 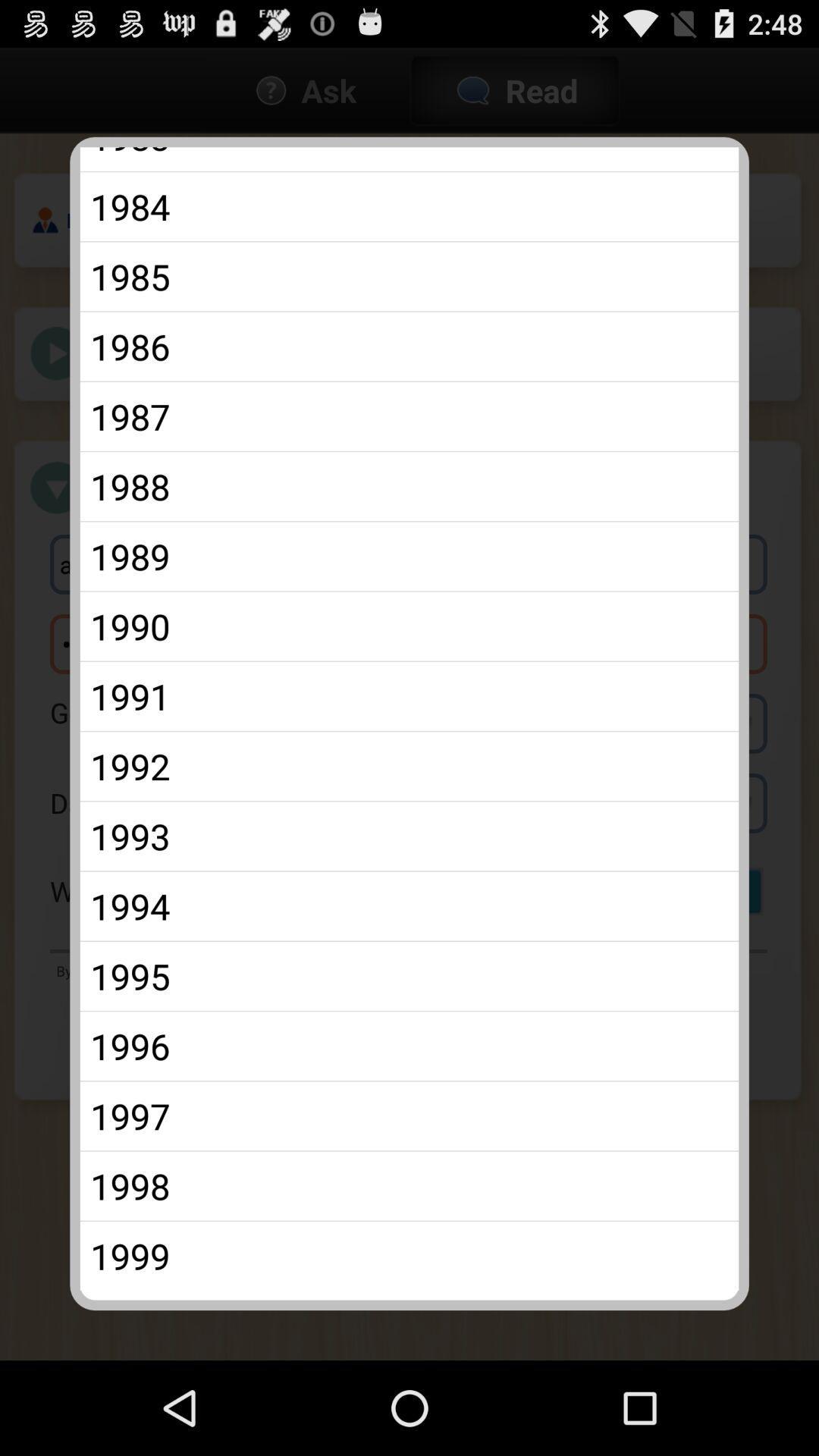 What do you see at coordinates (409, 906) in the screenshot?
I see `the 1994 app` at bounding box center [409, 906].